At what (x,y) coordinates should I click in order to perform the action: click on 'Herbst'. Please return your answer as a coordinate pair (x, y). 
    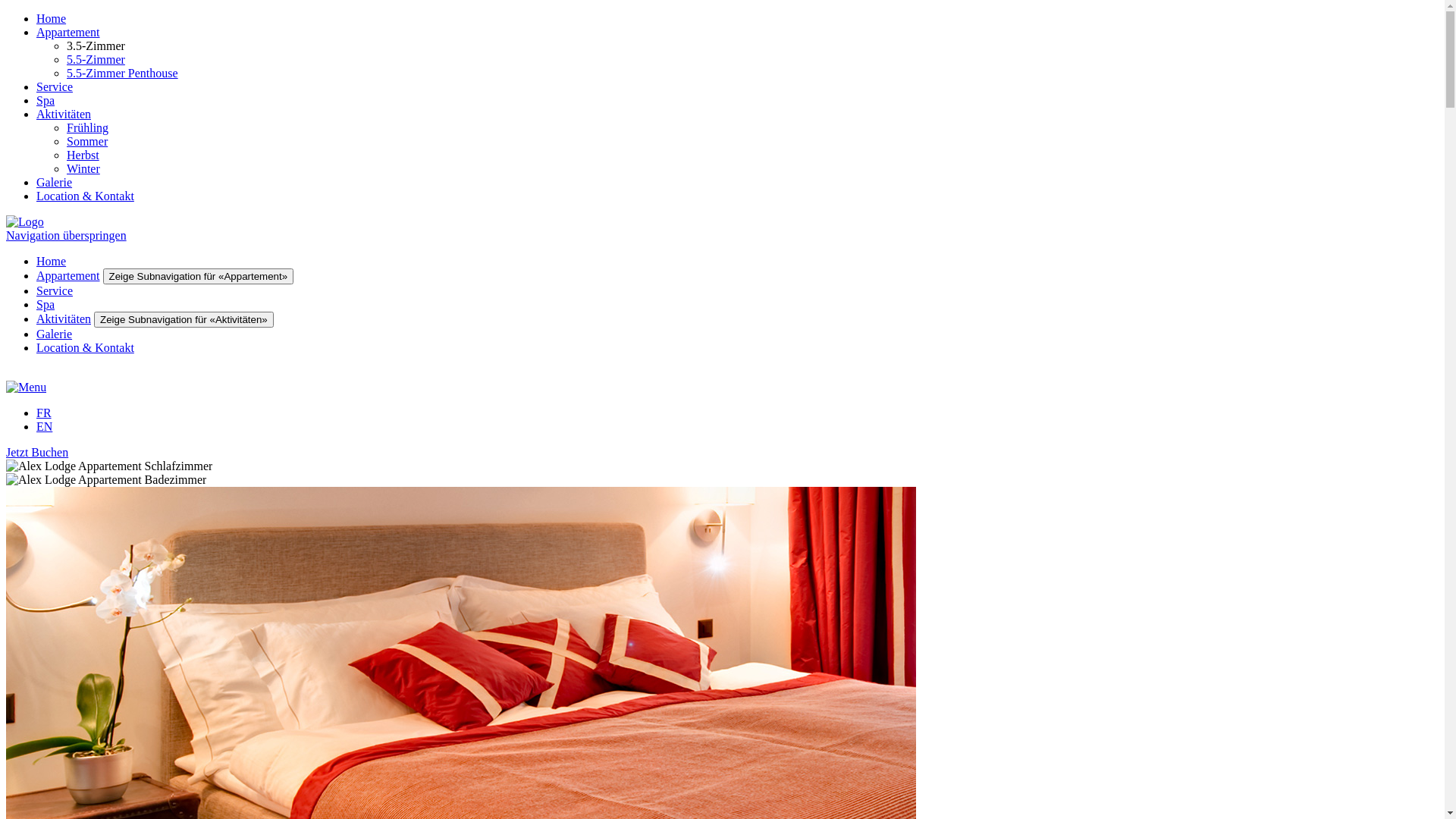
    Looking at the image, I should click on (82, 155).